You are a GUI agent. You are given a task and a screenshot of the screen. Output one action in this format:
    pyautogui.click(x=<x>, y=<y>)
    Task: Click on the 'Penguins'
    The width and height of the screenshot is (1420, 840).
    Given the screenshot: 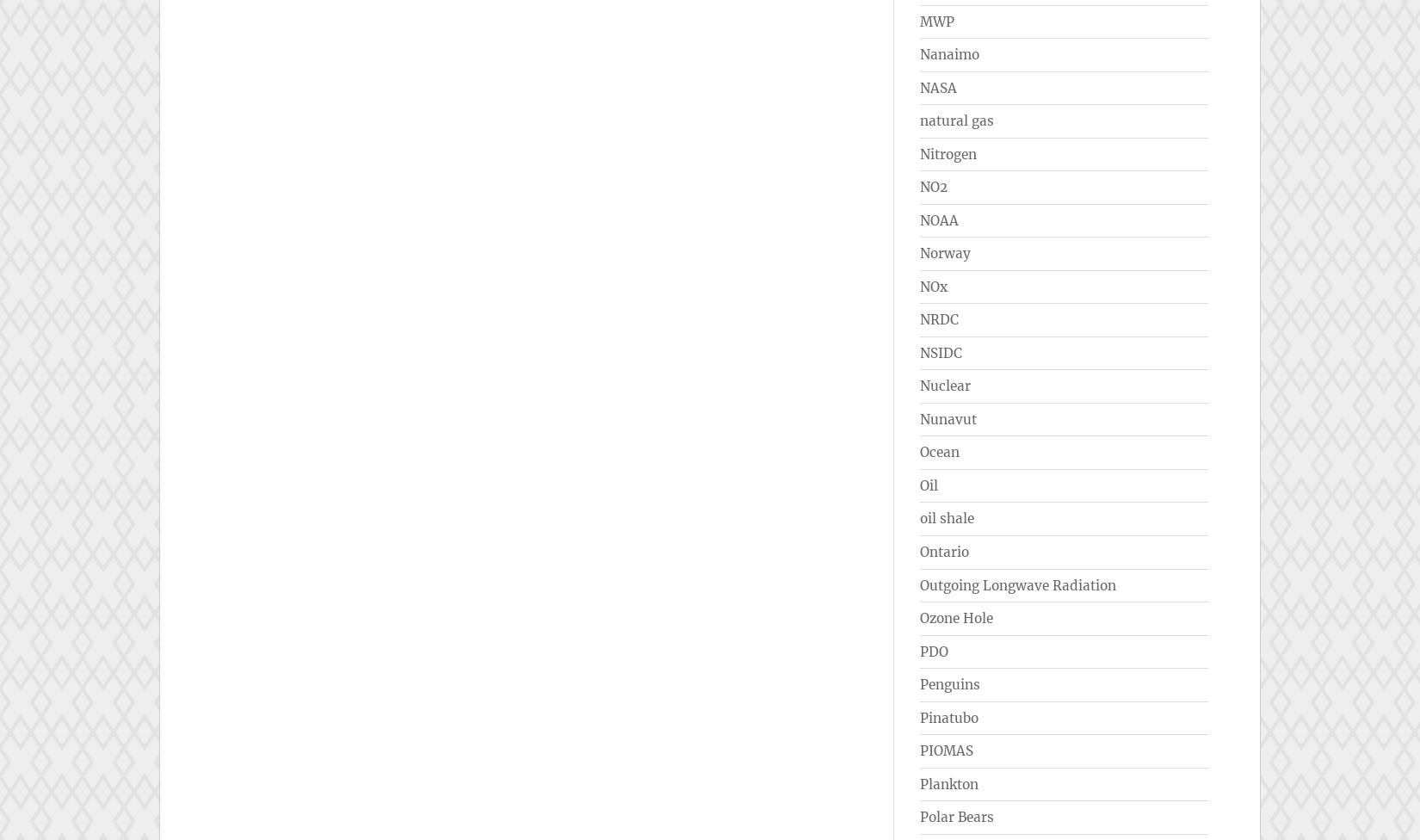 What is the action you would take?
    pyautogui.click(x=950, y=684)
    